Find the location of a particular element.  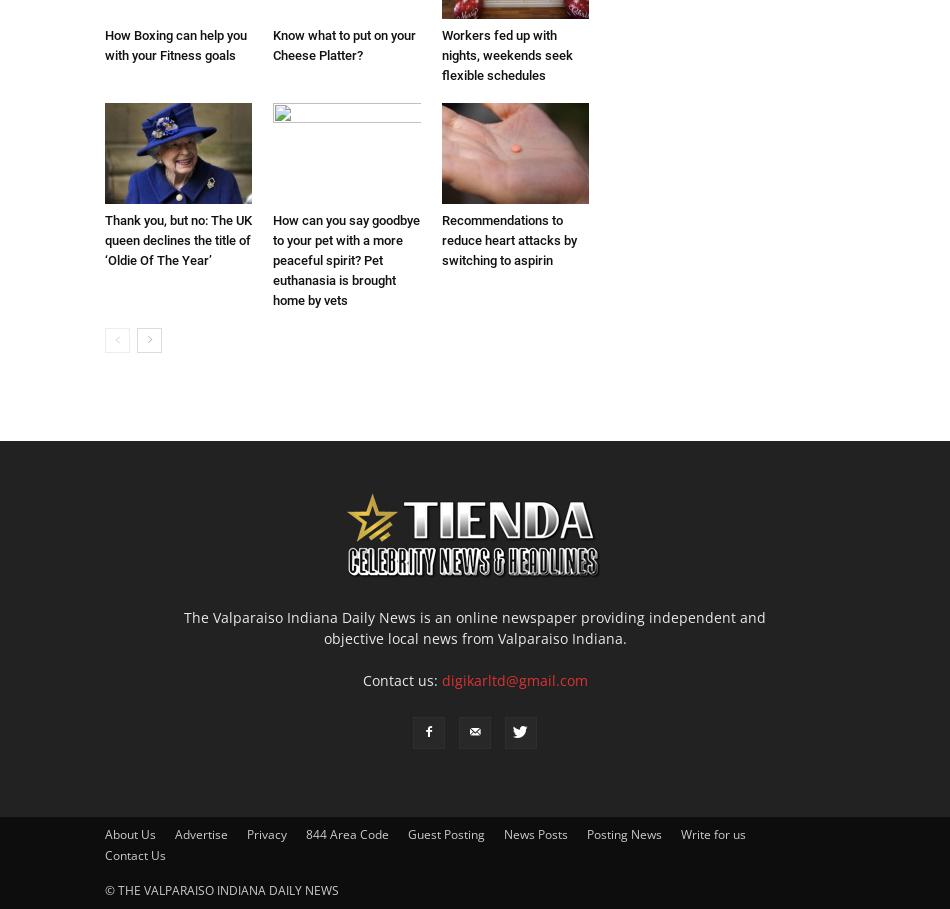

'How can you say goodbye to your pet with a more peaceful spirit? Pet euthanasia is brought home by vets' is located at coordinates (272, 259).